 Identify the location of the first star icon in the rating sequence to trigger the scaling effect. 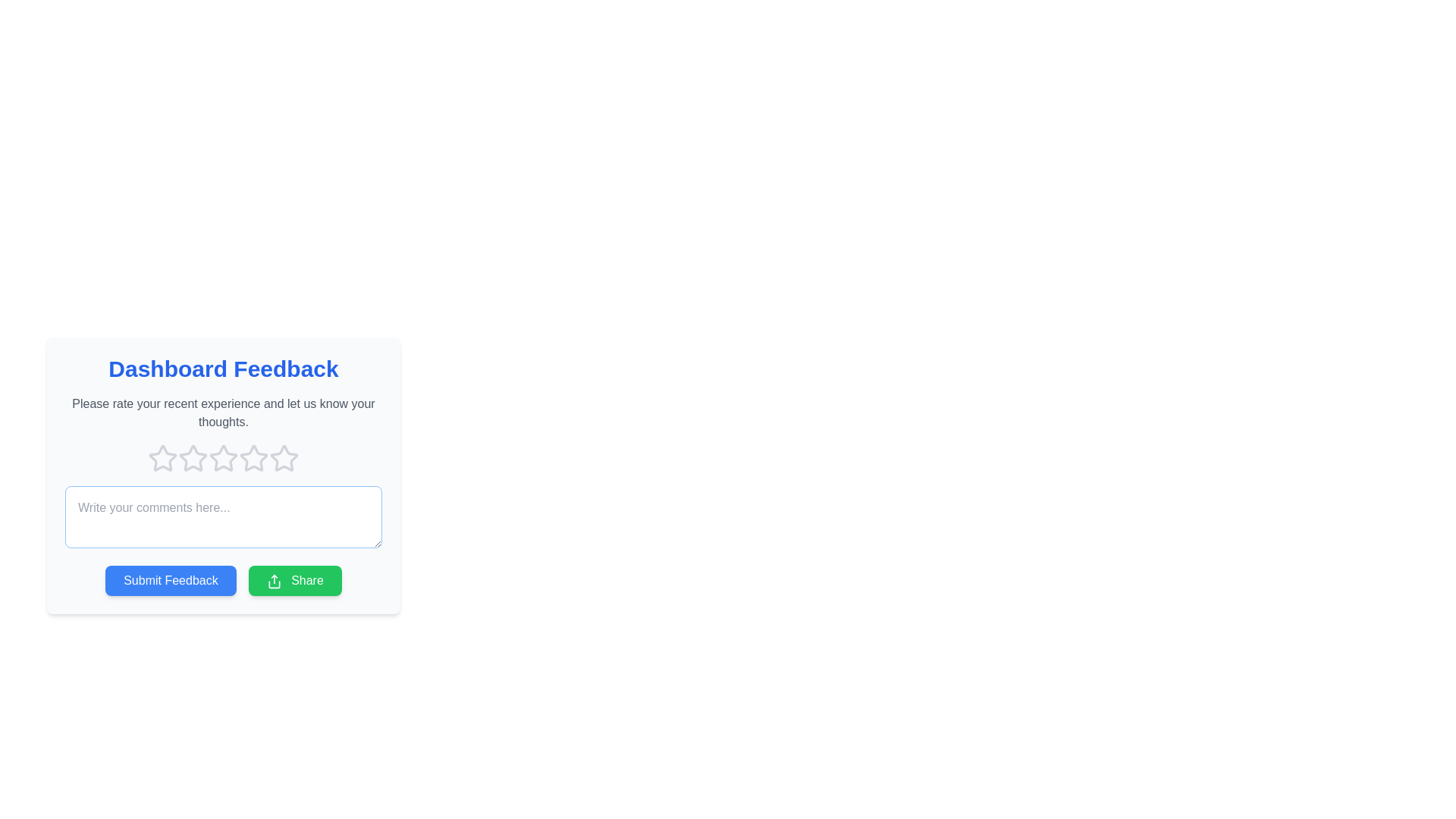
(163, 458).